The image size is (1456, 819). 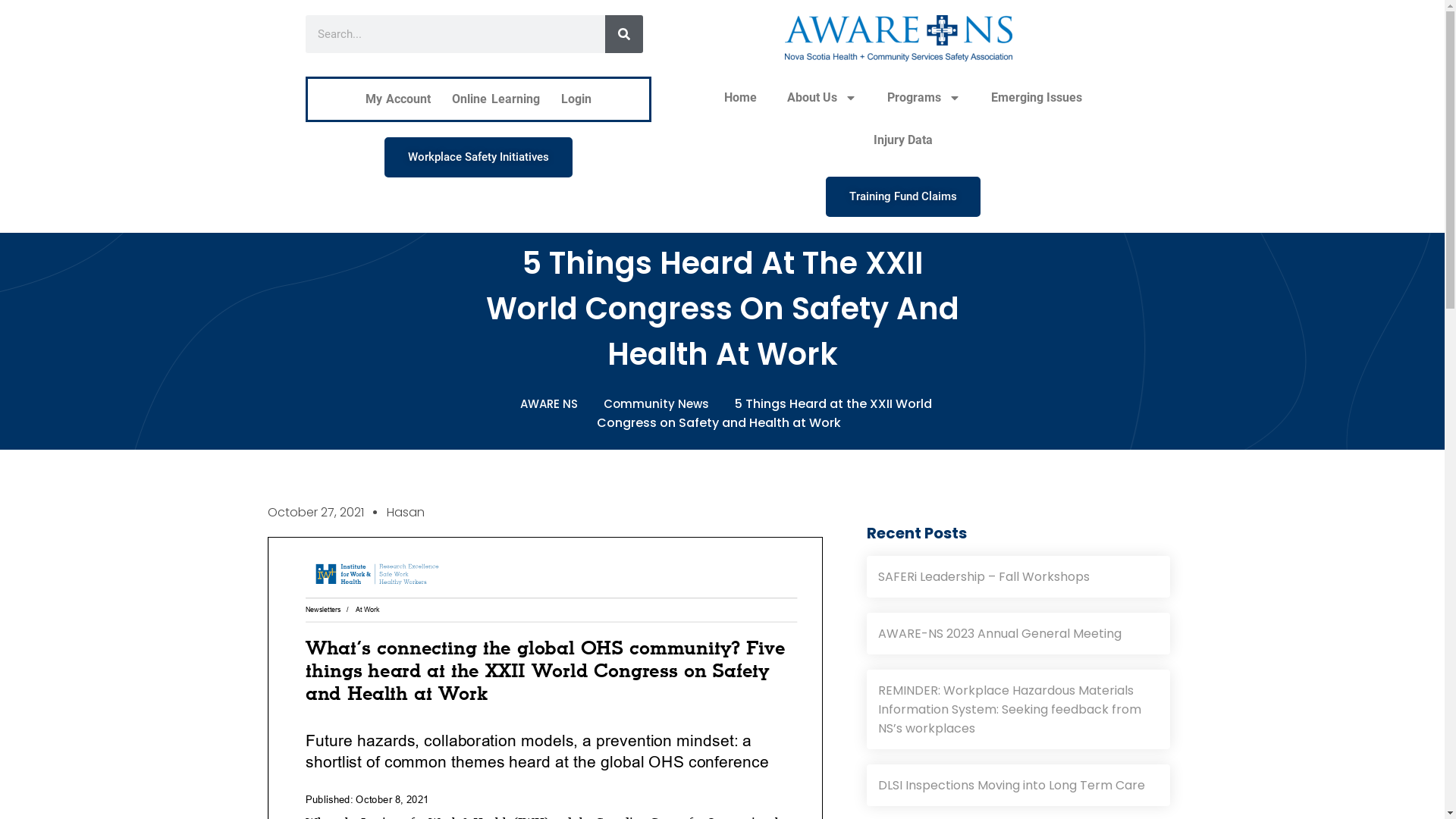 What do you see at coordinates (660, 403) in the screenshot?
I see `'Community News'` at bounding box center [660, 403].